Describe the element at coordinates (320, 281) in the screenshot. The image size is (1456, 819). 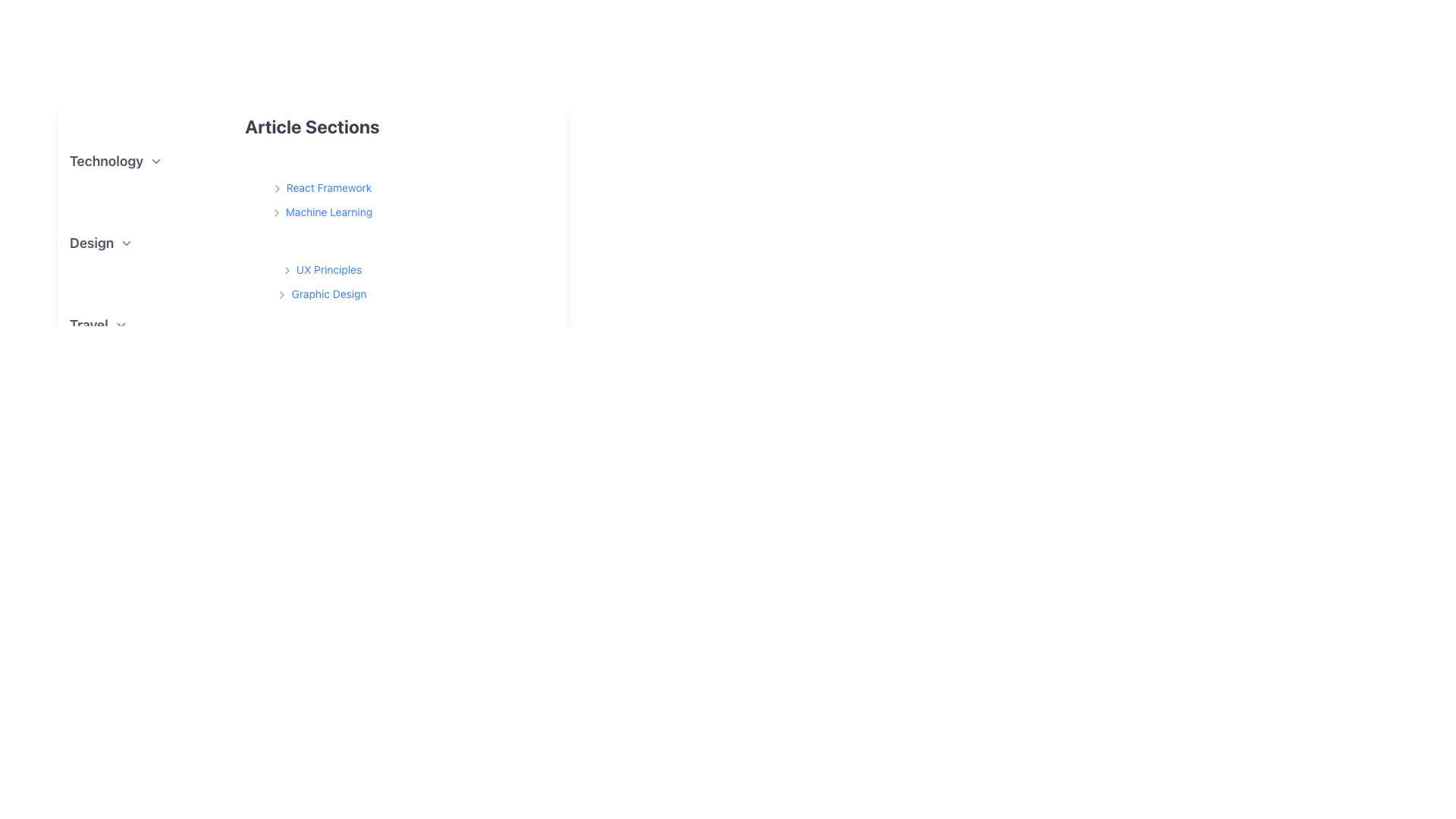
I see `the 'UX Principles' link in the Navigation Menu located under the 'Design' section` at that location.